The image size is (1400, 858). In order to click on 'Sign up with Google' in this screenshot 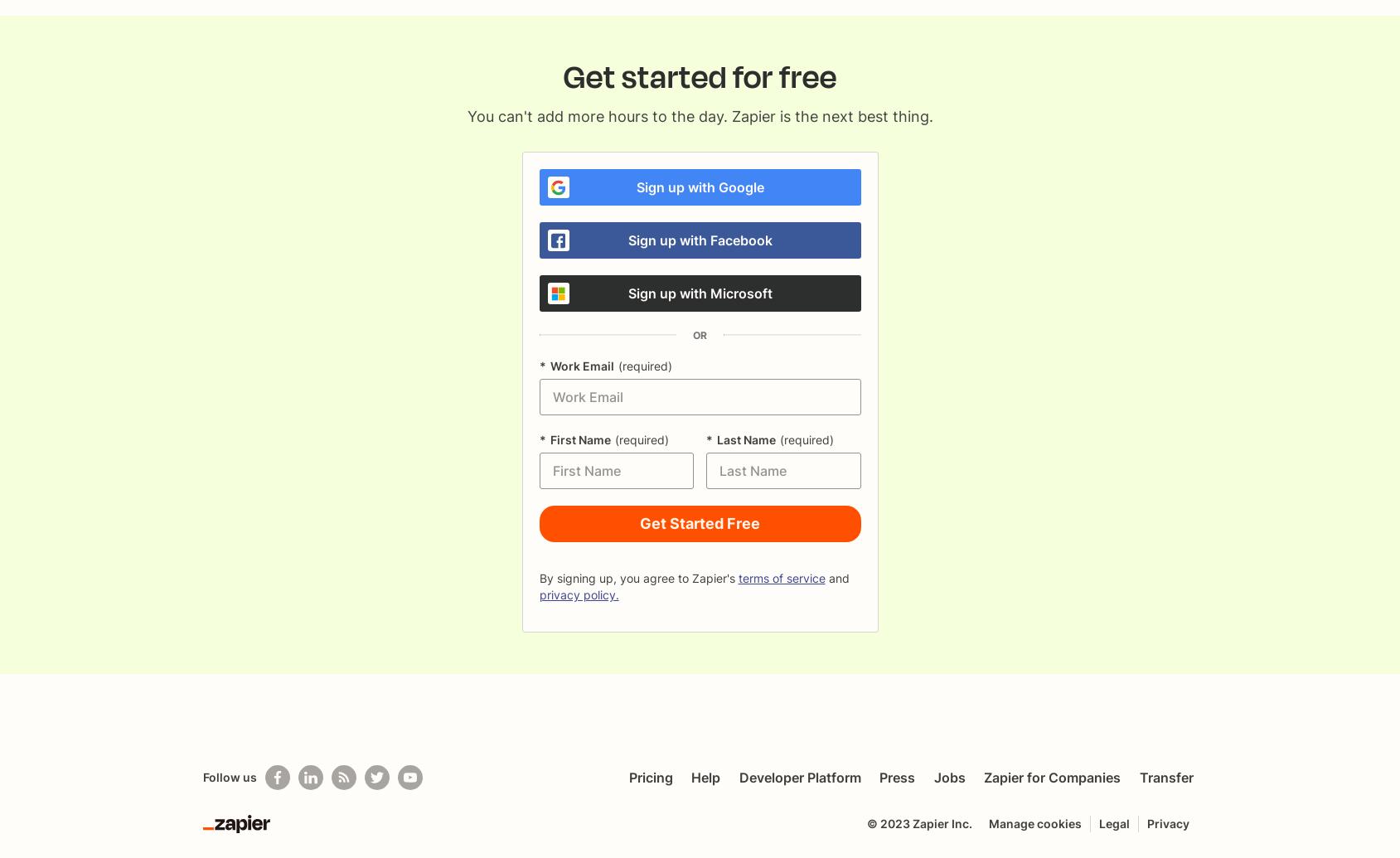, I will do `click(698, 187)`.